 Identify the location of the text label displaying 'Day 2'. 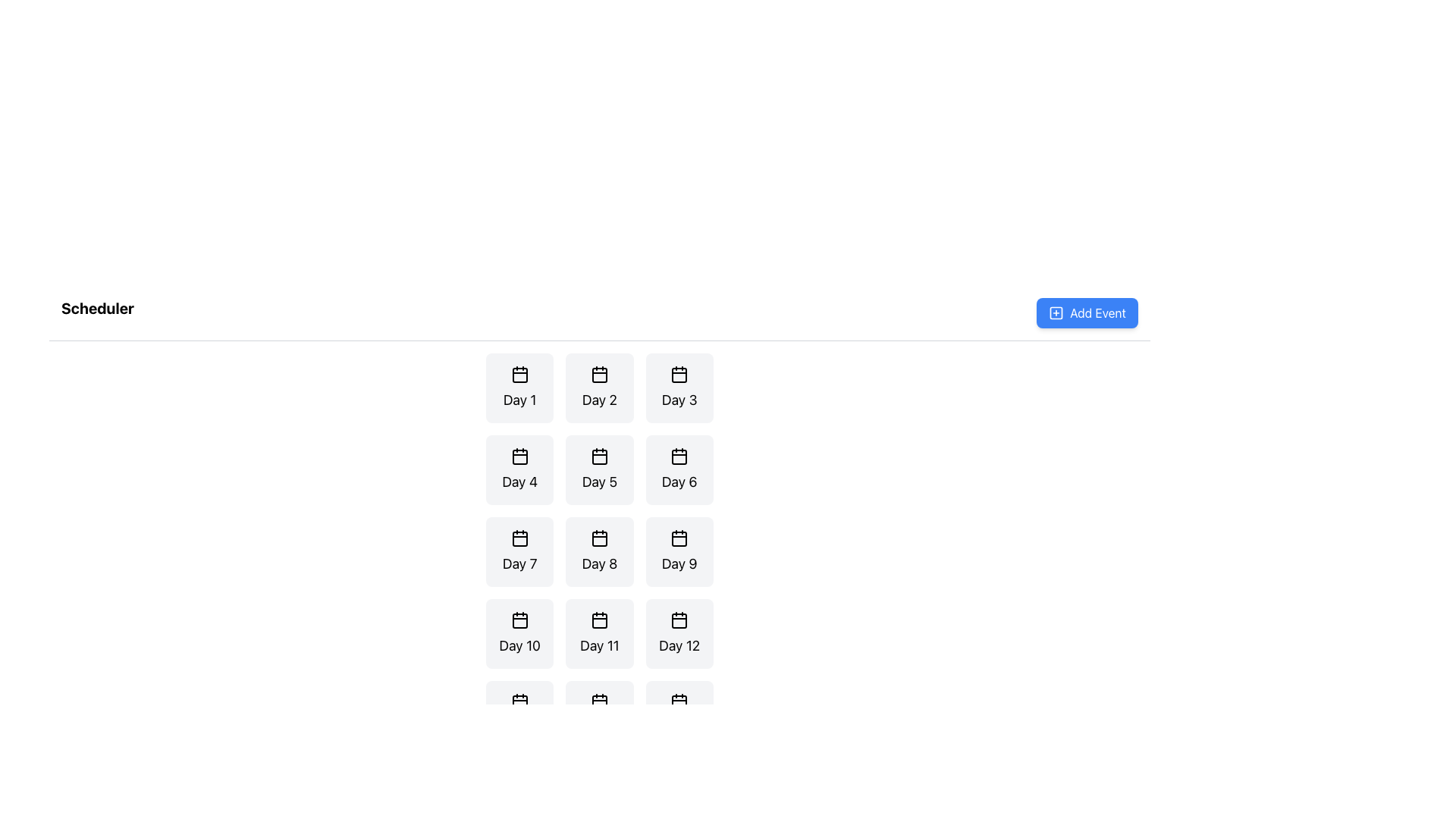
(599, 400).